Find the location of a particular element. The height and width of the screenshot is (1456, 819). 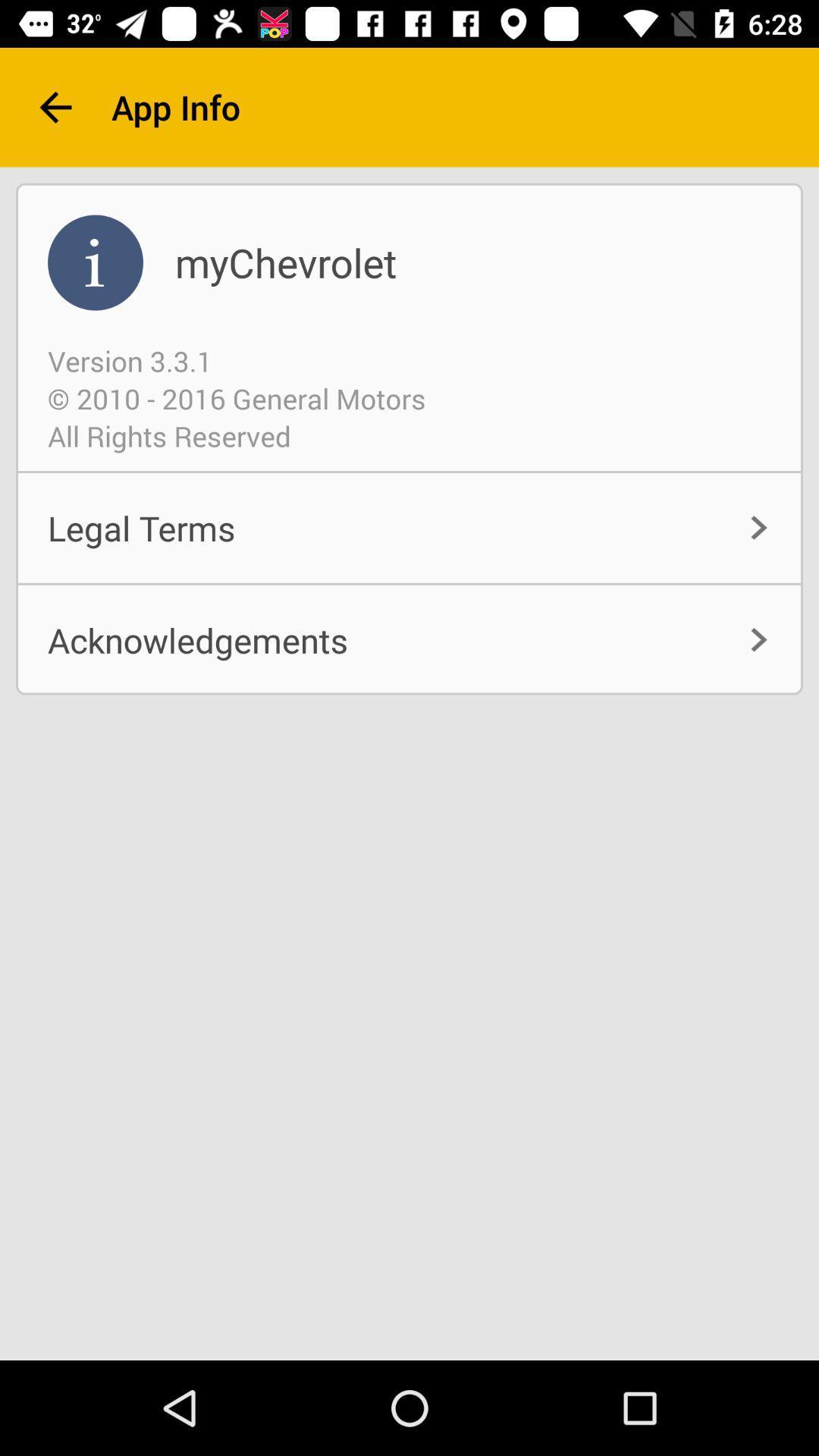

the icon below legal terms icon is located at coordinates (409, 640).